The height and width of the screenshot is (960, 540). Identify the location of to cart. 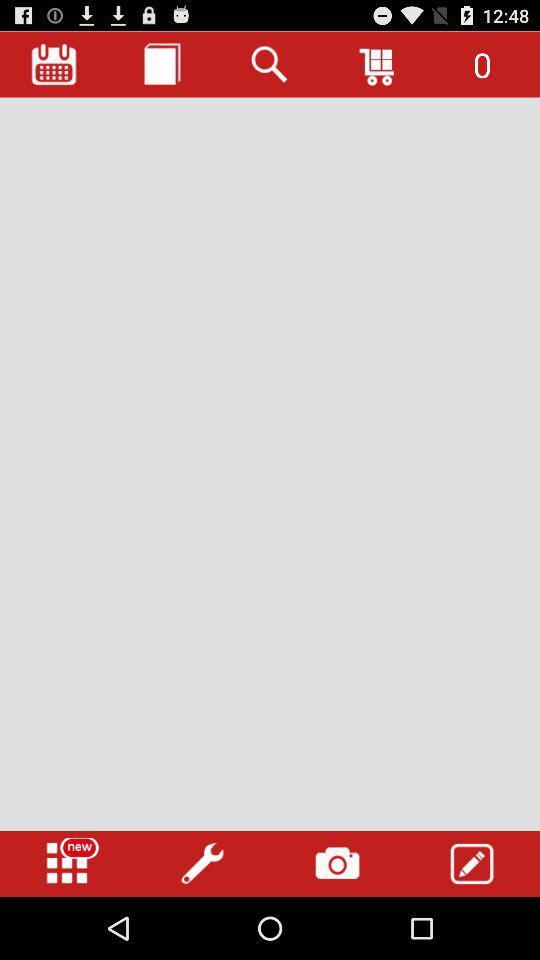
(378, 64).